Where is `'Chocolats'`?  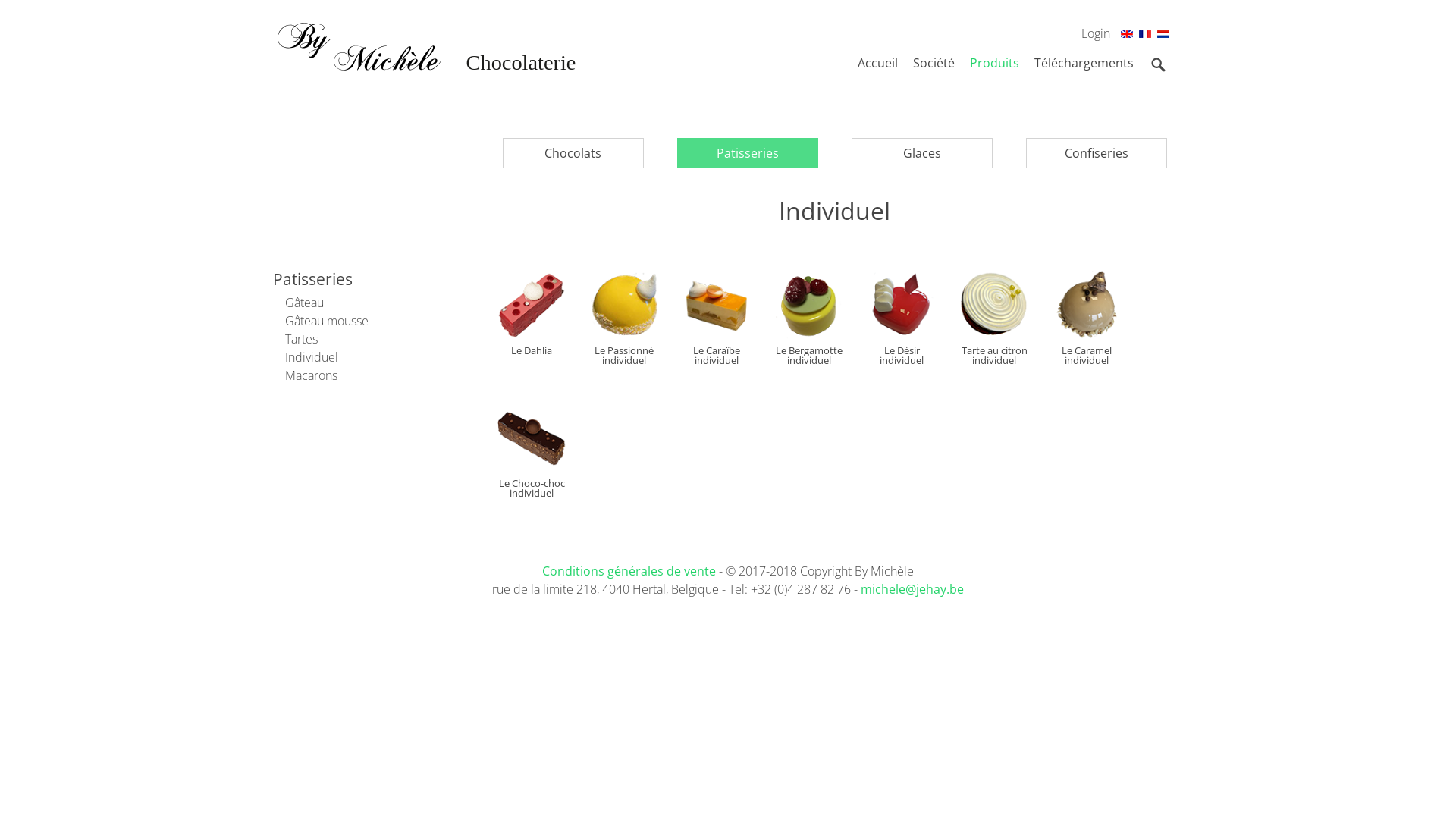 'Chocolats' is located at coordinates (502, 152).